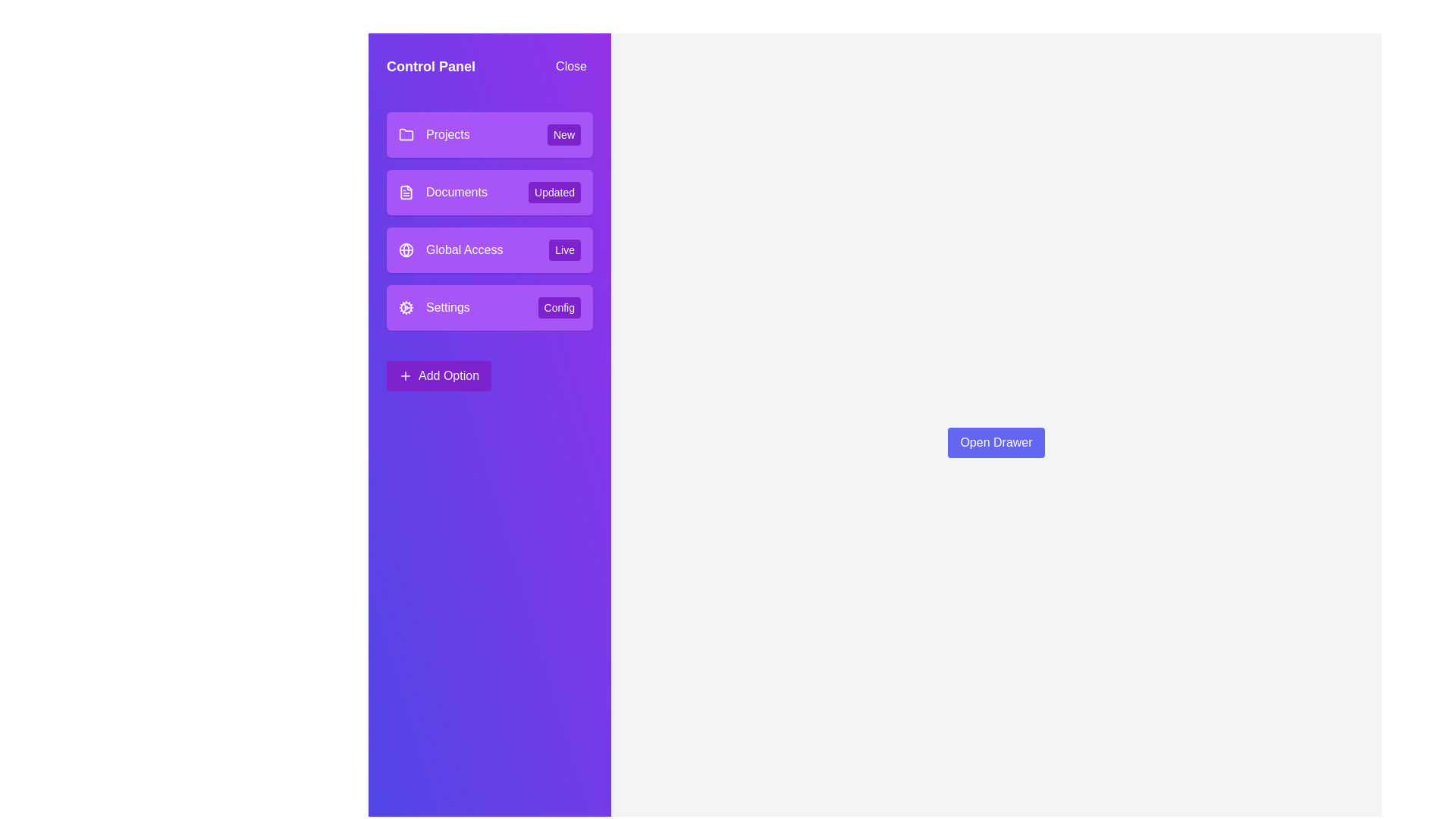 The width and height of the screenshot is (1456, 819). What do you see at coordinates (438, 375) in the screenshot?
I see `the 'Add Option' button to add a new option` at bounding box center [438, 375].